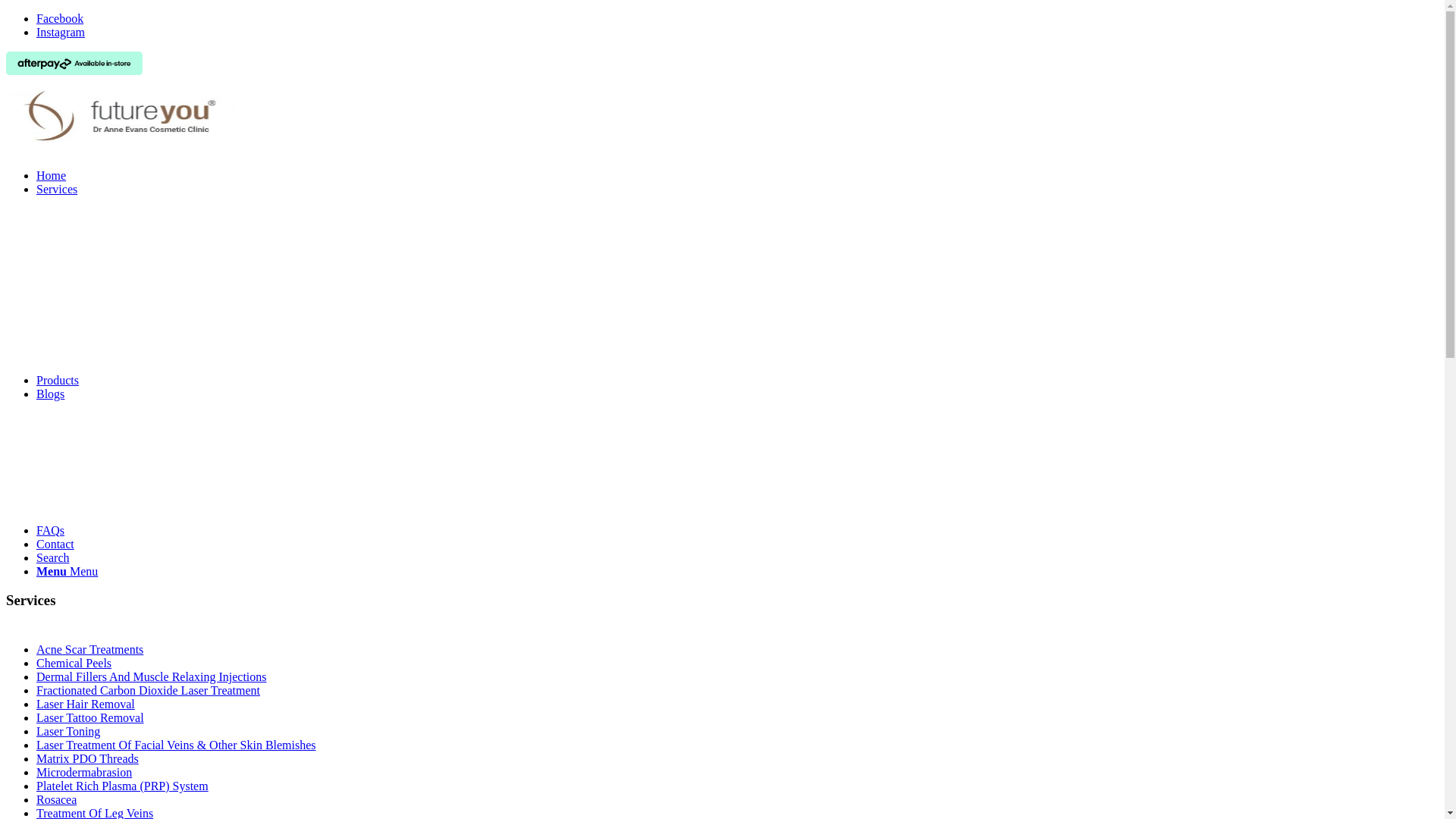 Image resolution: width=1456 pixels, height=819 pixels. What do you see at coordinates (61, 32) in the screenshot?
I see `'Instagram'` at bounding box center [61, 32].